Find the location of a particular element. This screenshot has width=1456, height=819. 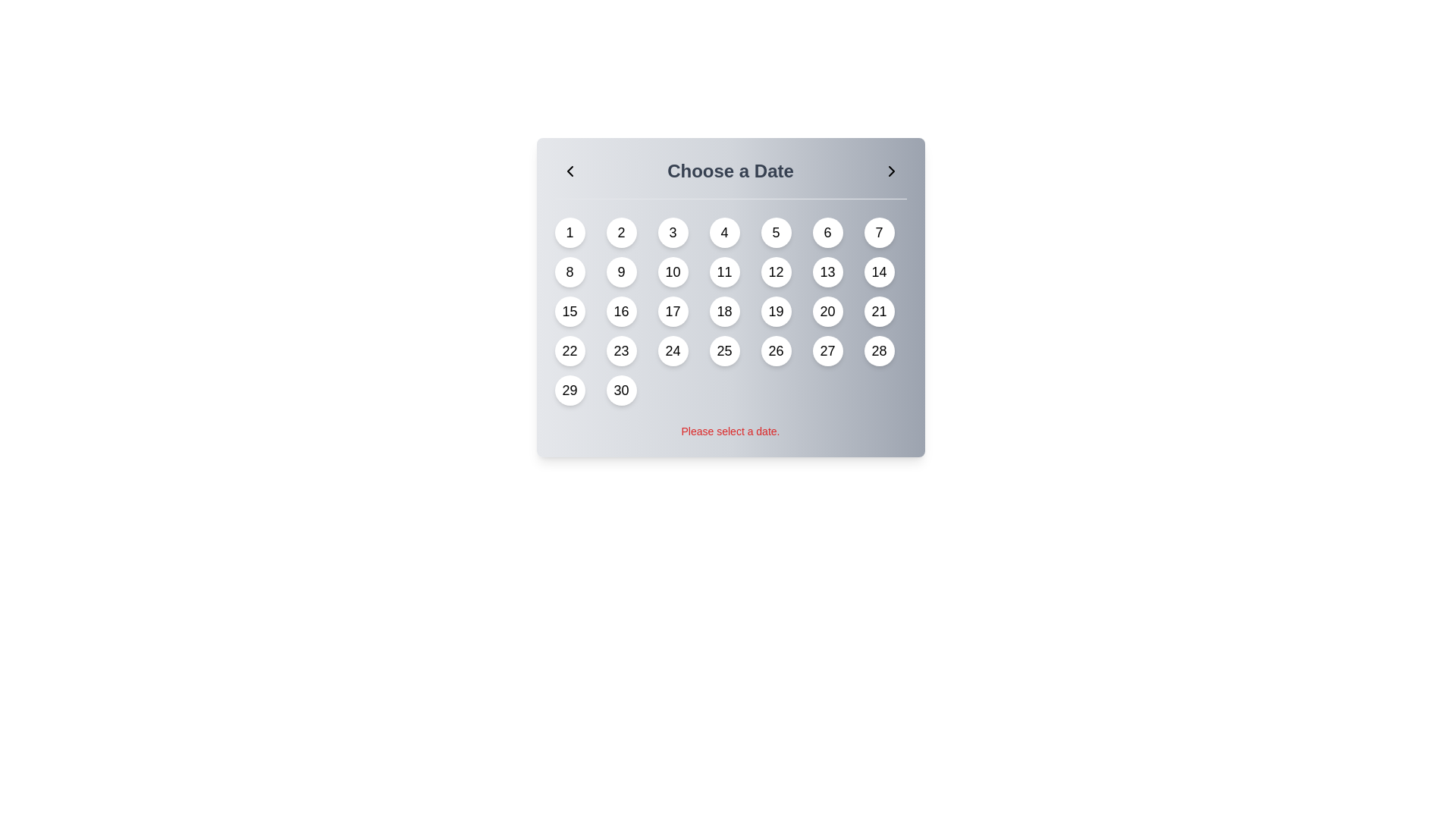

the selectable date button representing '29' in the calendar interface is located at coordinates (569, 390).